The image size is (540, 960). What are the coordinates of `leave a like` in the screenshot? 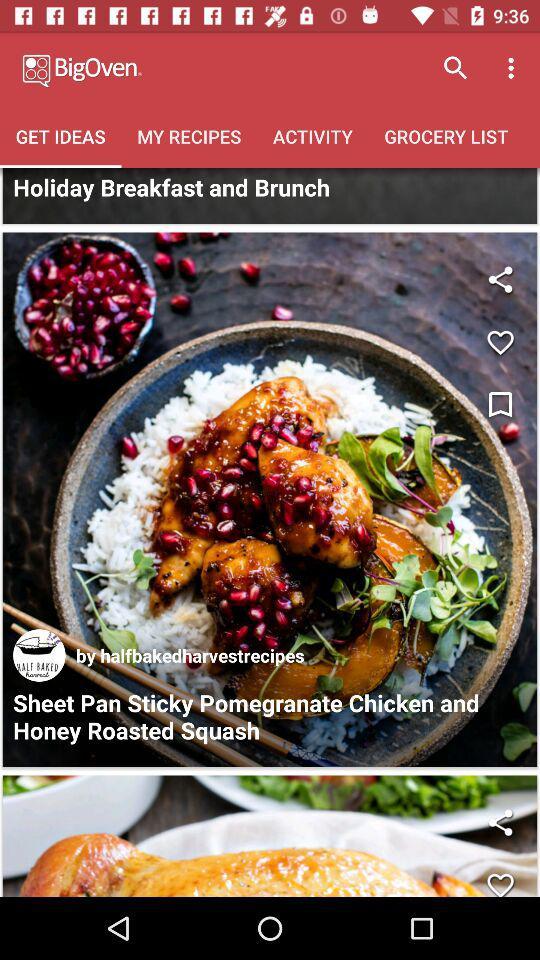 It's located at (499, 342).